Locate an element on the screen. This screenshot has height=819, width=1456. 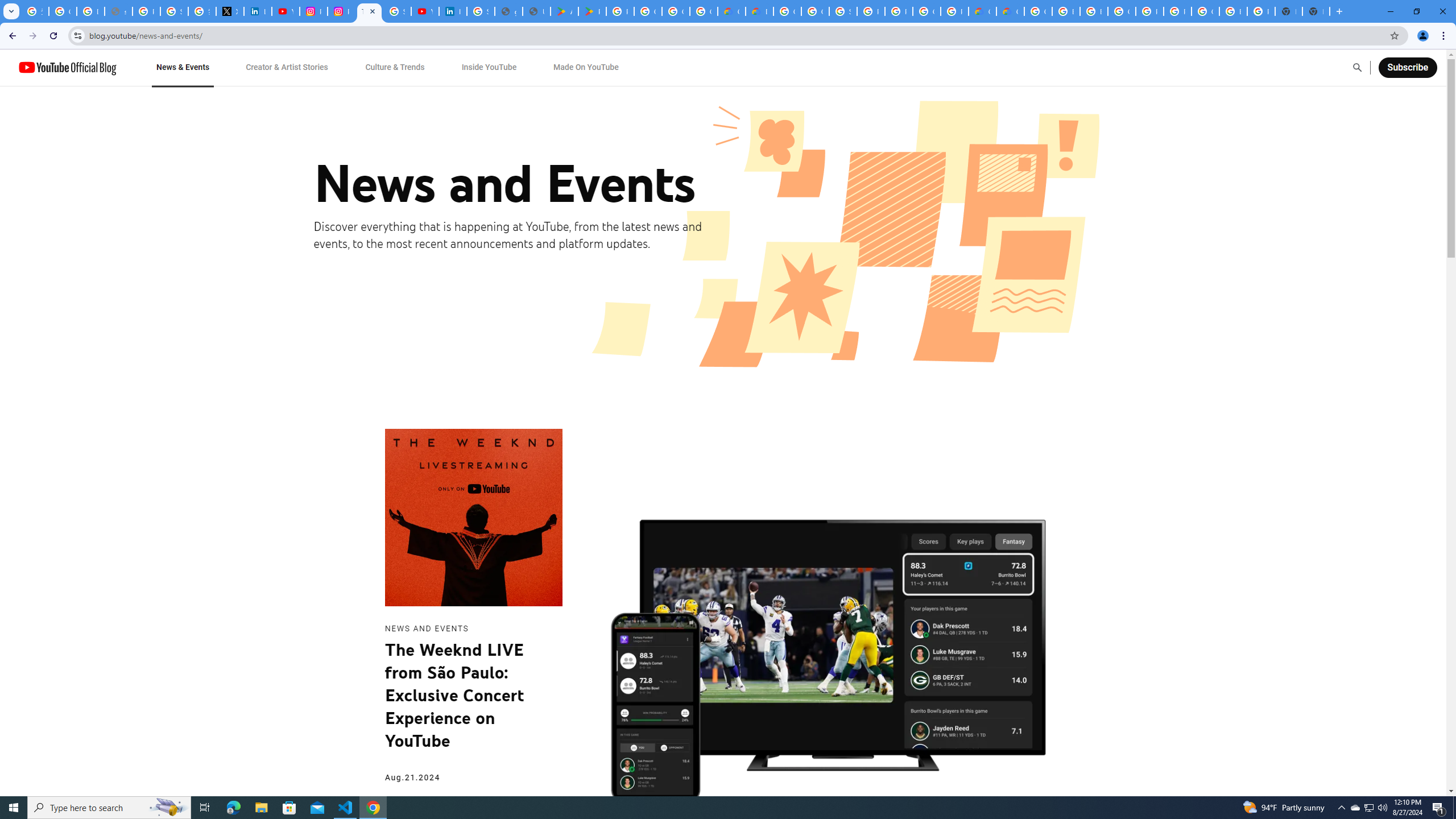
'PAW Patrol Rescue World - Apps on Google Play' is located at coordinates (591, 11).